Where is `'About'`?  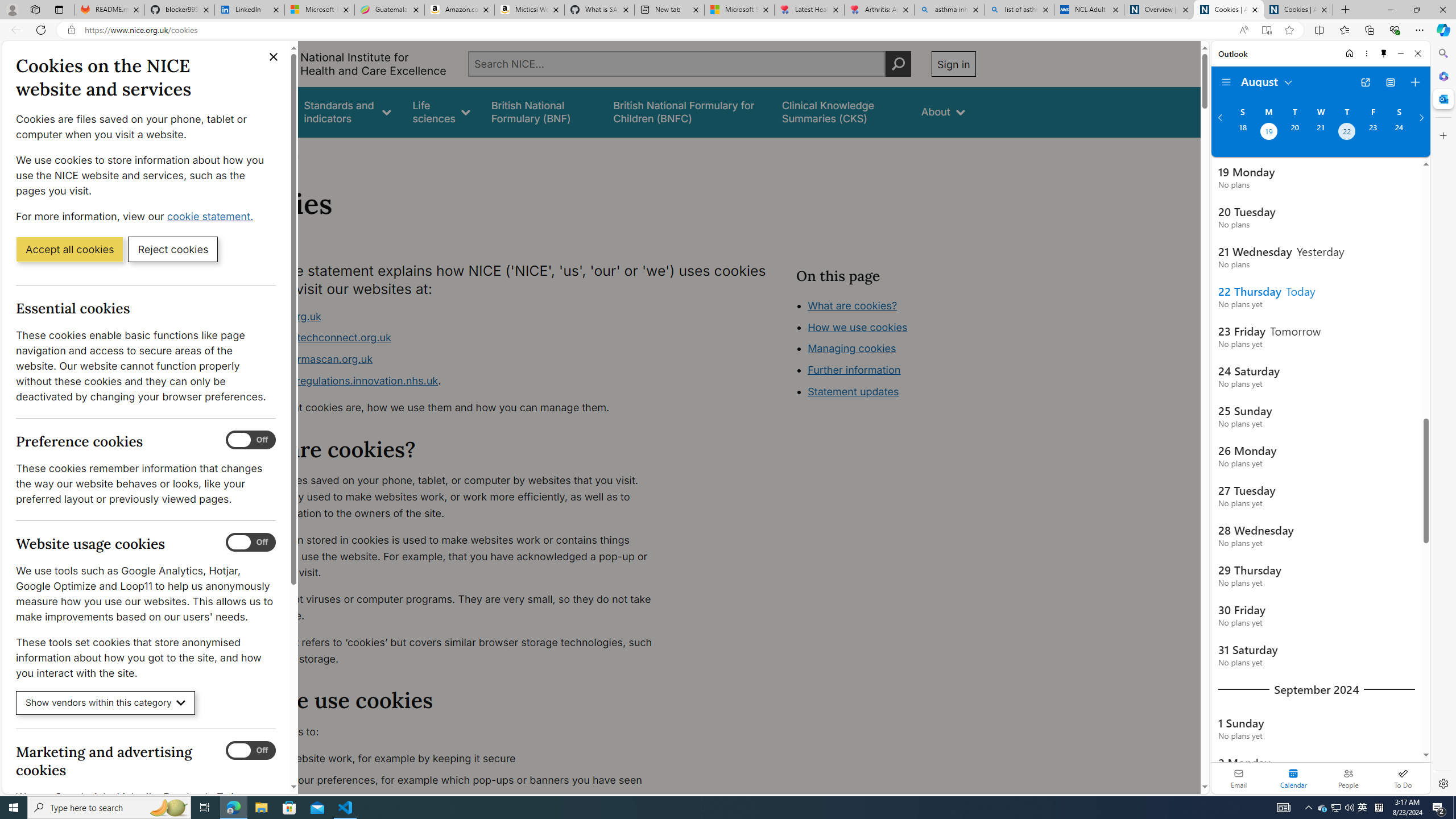 'About' is located at coordinates (942, 111).